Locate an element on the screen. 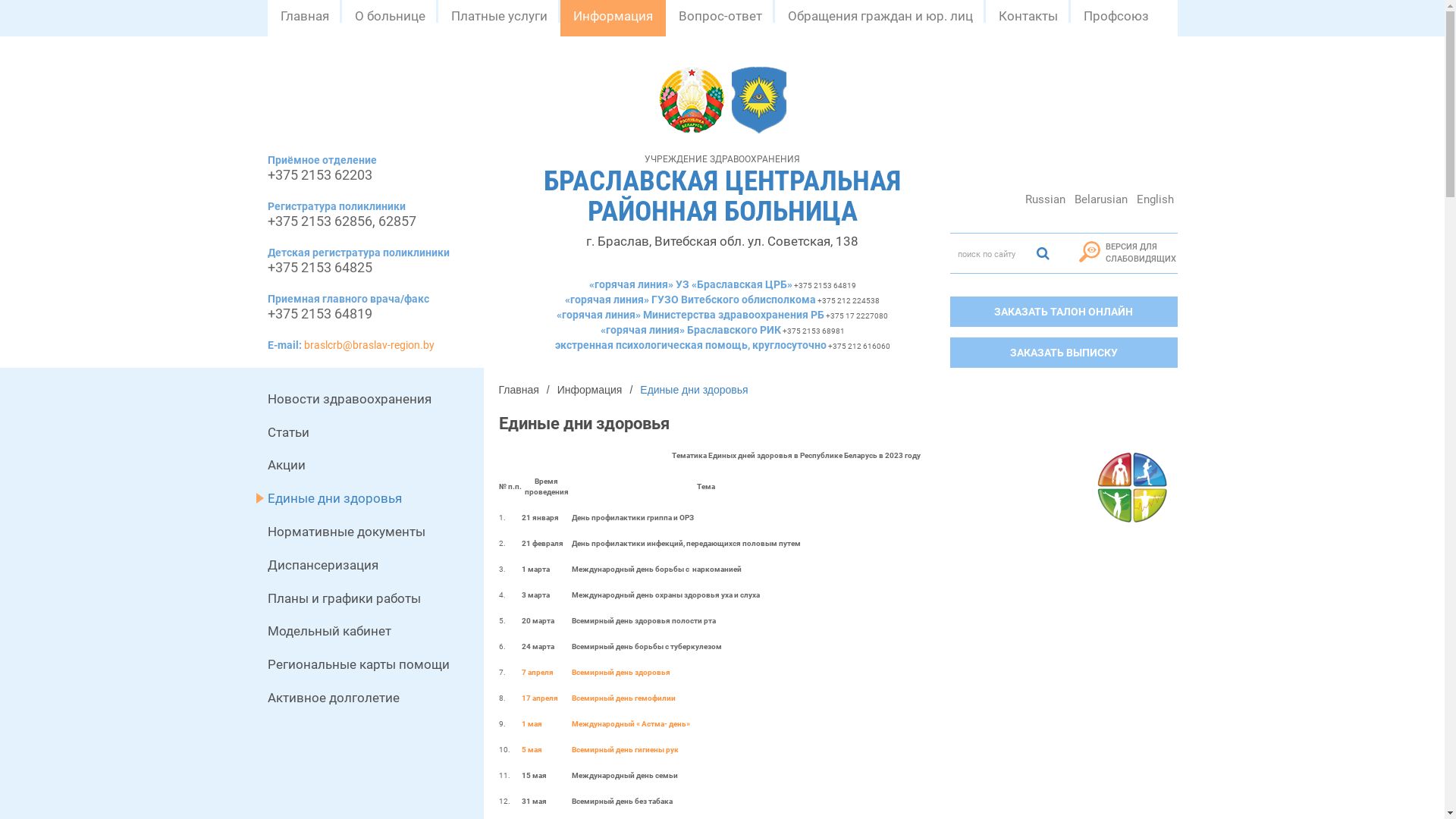 Image resolution: width=1456 pixels, height=819 pixels. 'Belarusian' is located at coordinates (1101, 198).